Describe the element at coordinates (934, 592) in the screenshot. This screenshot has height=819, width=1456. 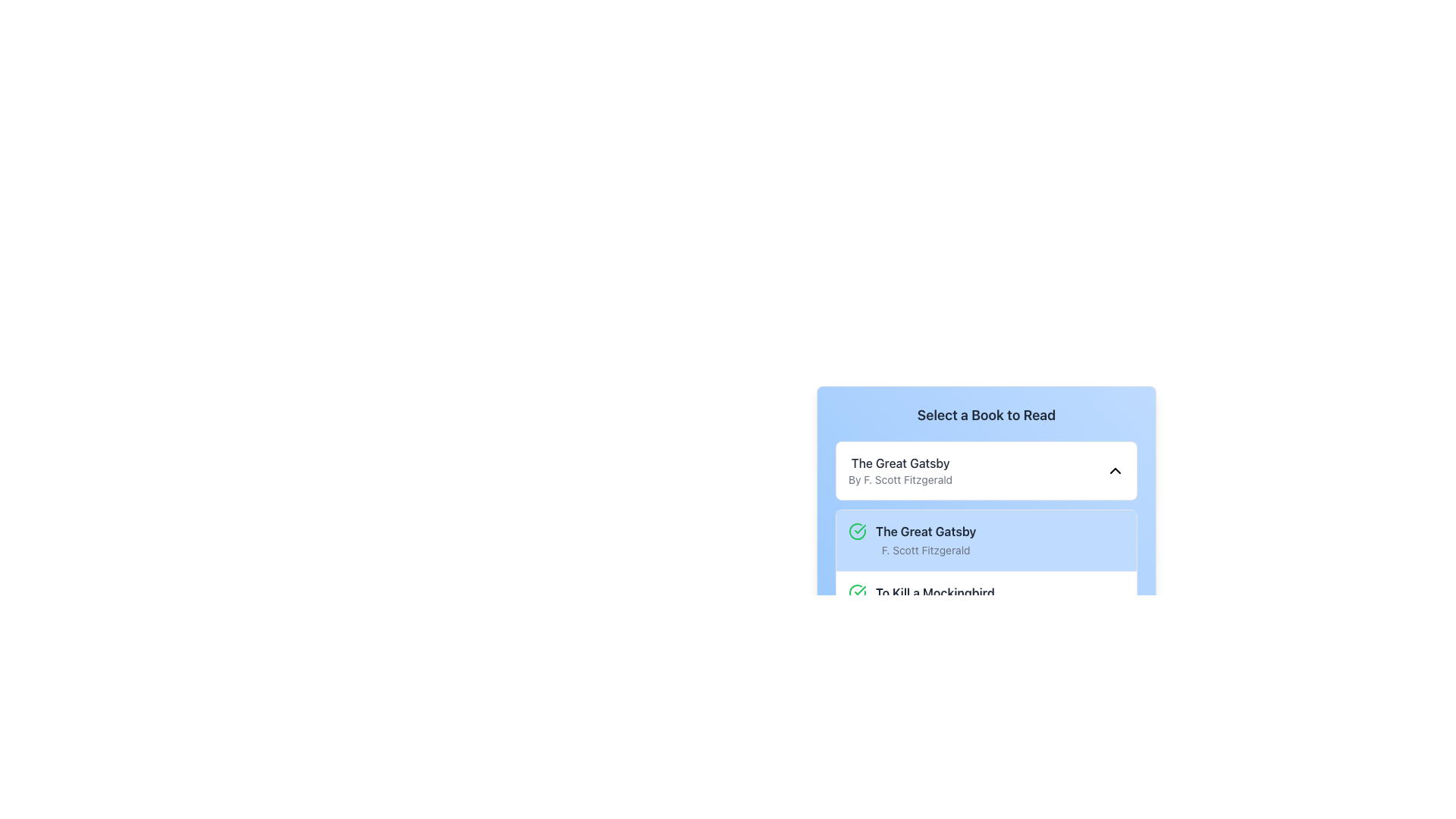
I see `the label displaying 'To Kill a Mockingbird'` at that location.